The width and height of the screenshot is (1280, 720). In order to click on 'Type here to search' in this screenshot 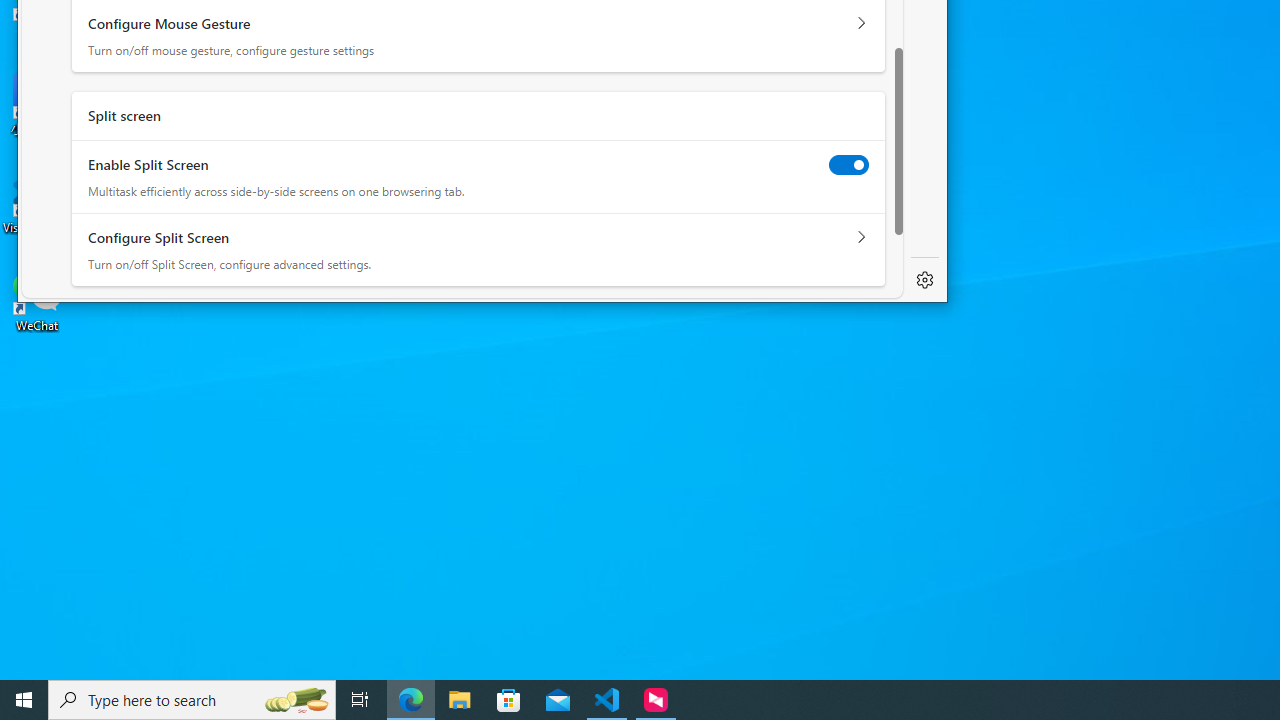, I will do `click(192, 698)`.